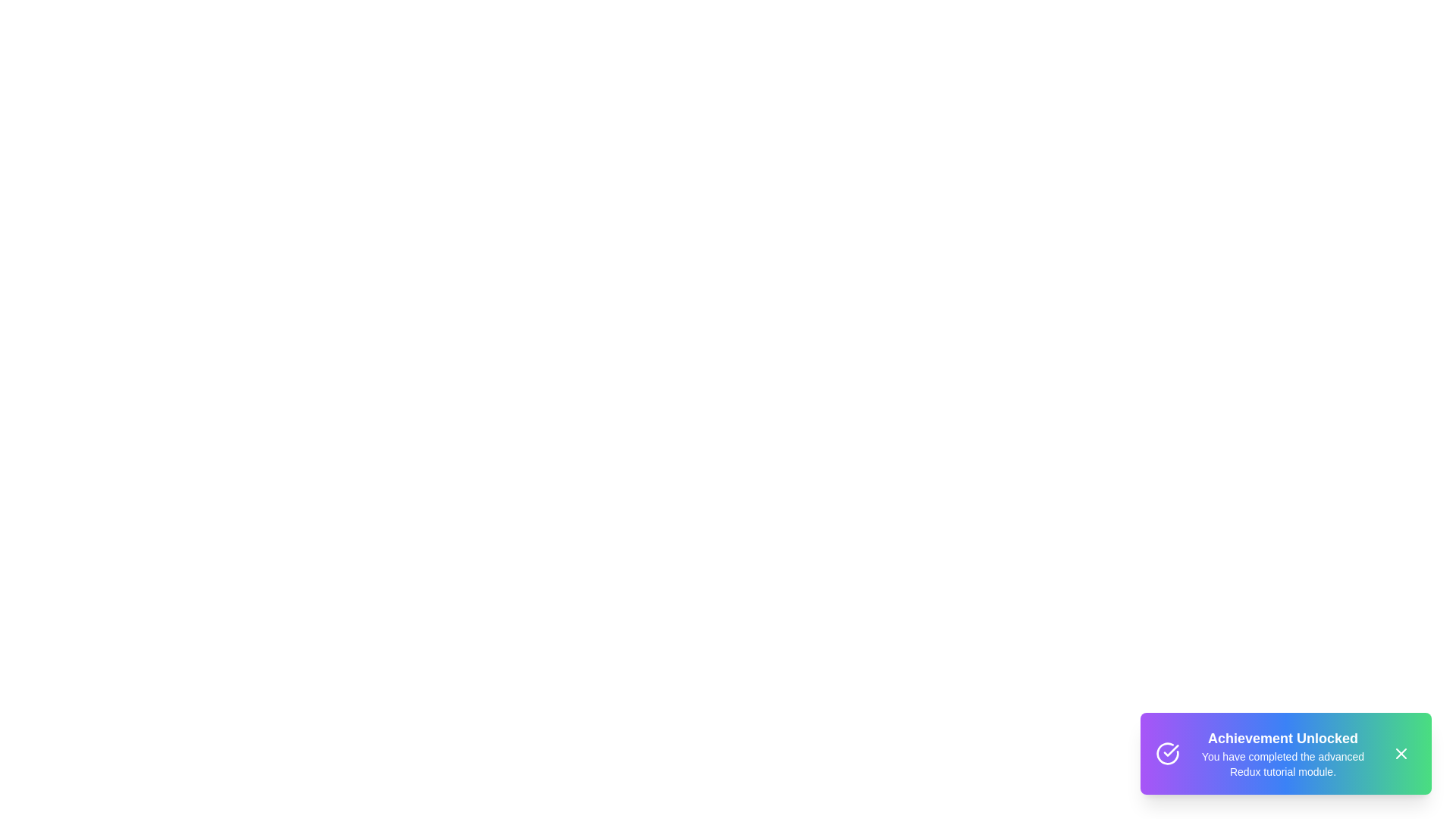 Image resolution: width=1456 pixels, height=819 pixels. Describe the element at coordinates (1167, 754) in the screenshot. I see `the icon within the snackbar component` at that location.